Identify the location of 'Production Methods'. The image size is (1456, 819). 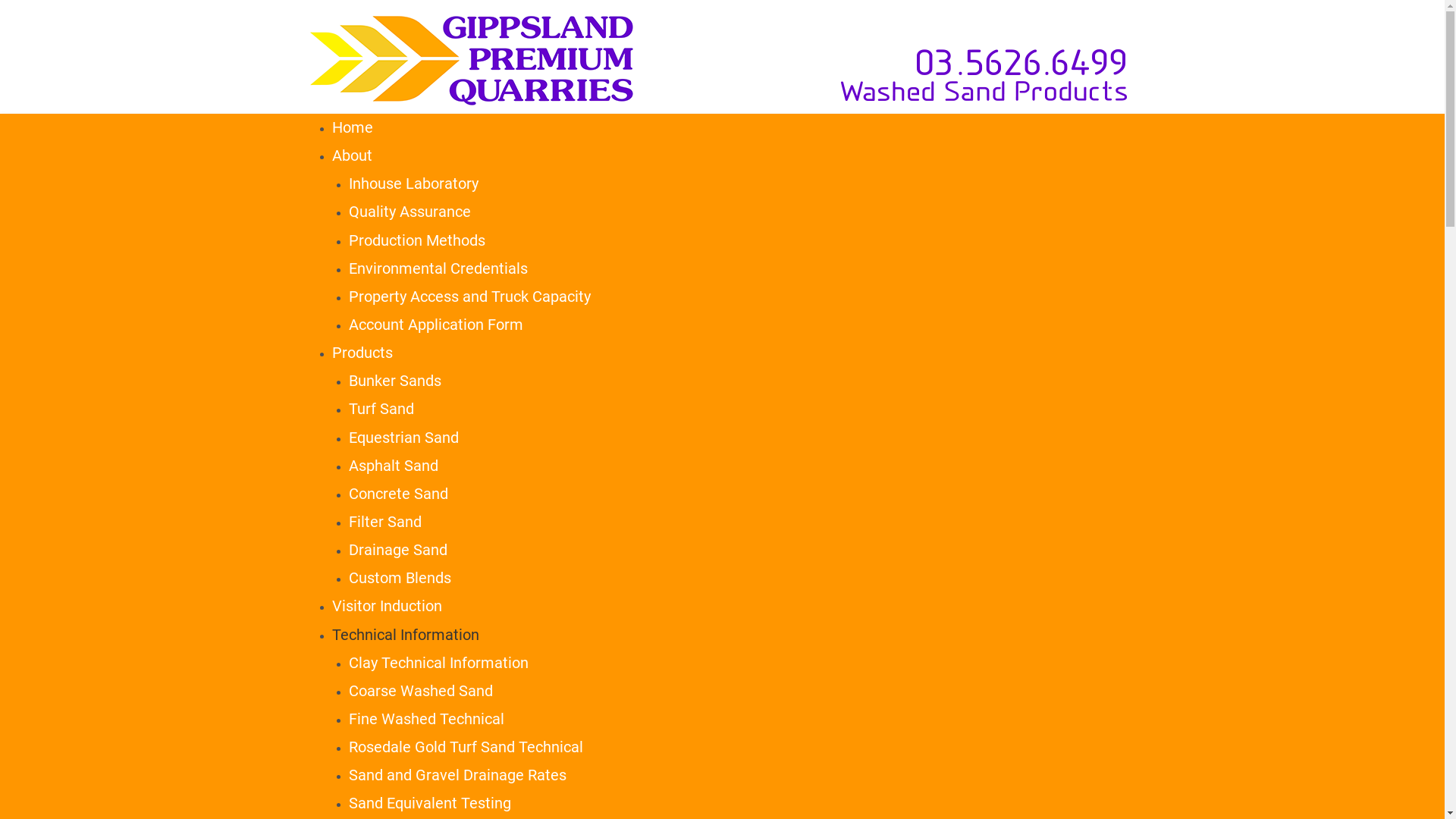
(417, 239).